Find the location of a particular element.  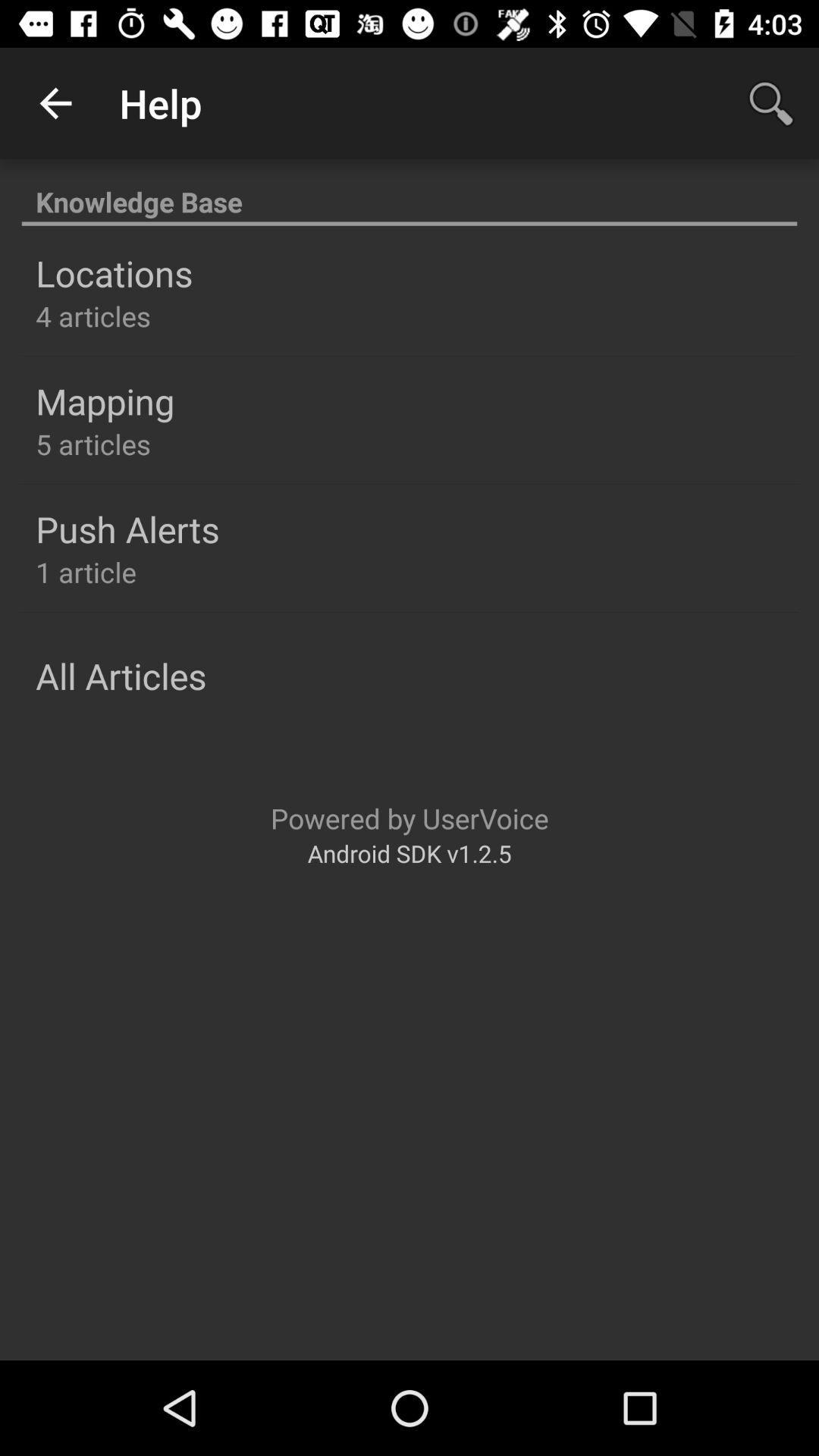

the 1 article icon is located at coordinates (86, 571).